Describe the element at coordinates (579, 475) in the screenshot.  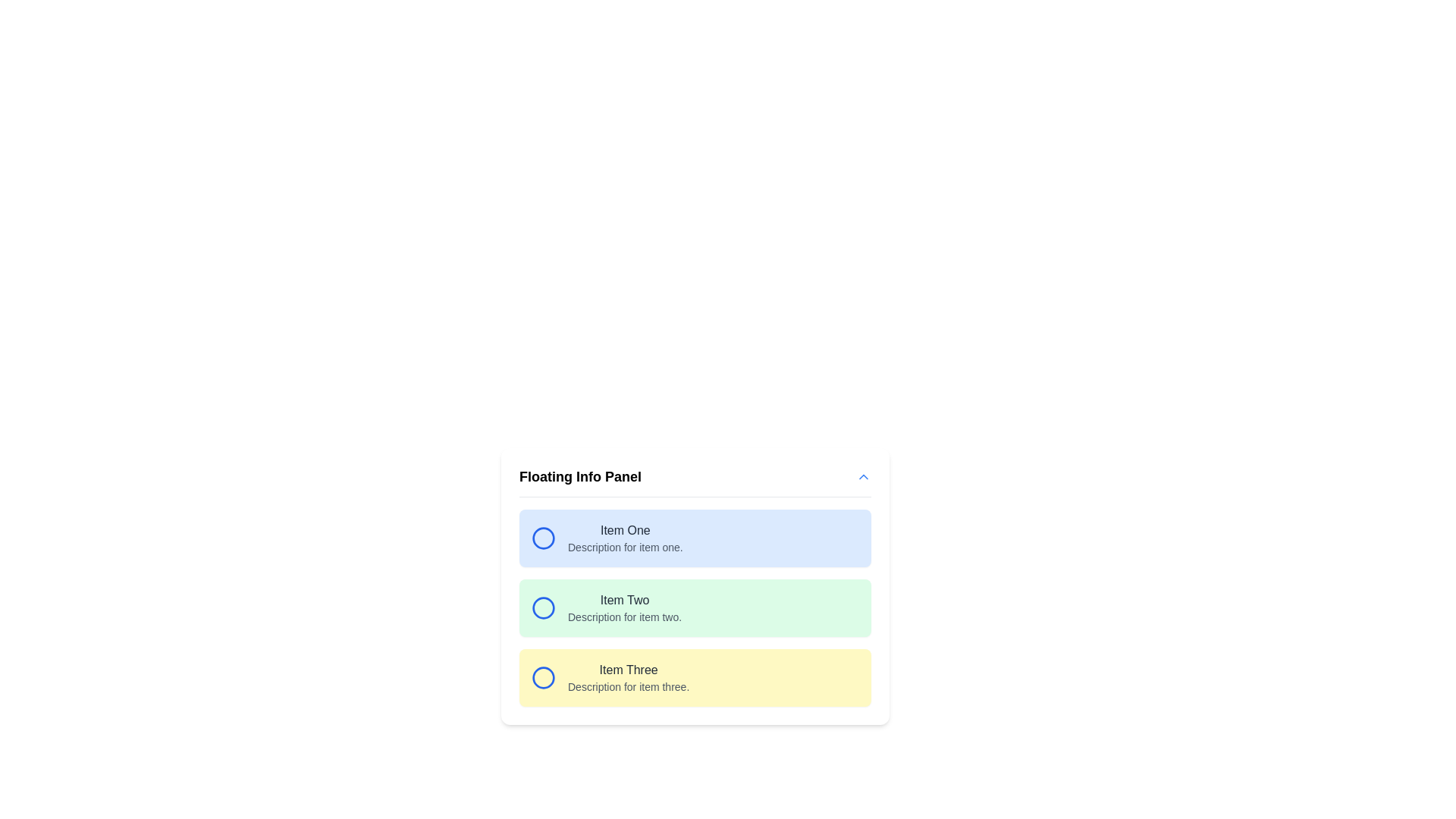
I see `the static text label that serves as a heading or title for the panel, providing context to users about the panel's content` at that location.